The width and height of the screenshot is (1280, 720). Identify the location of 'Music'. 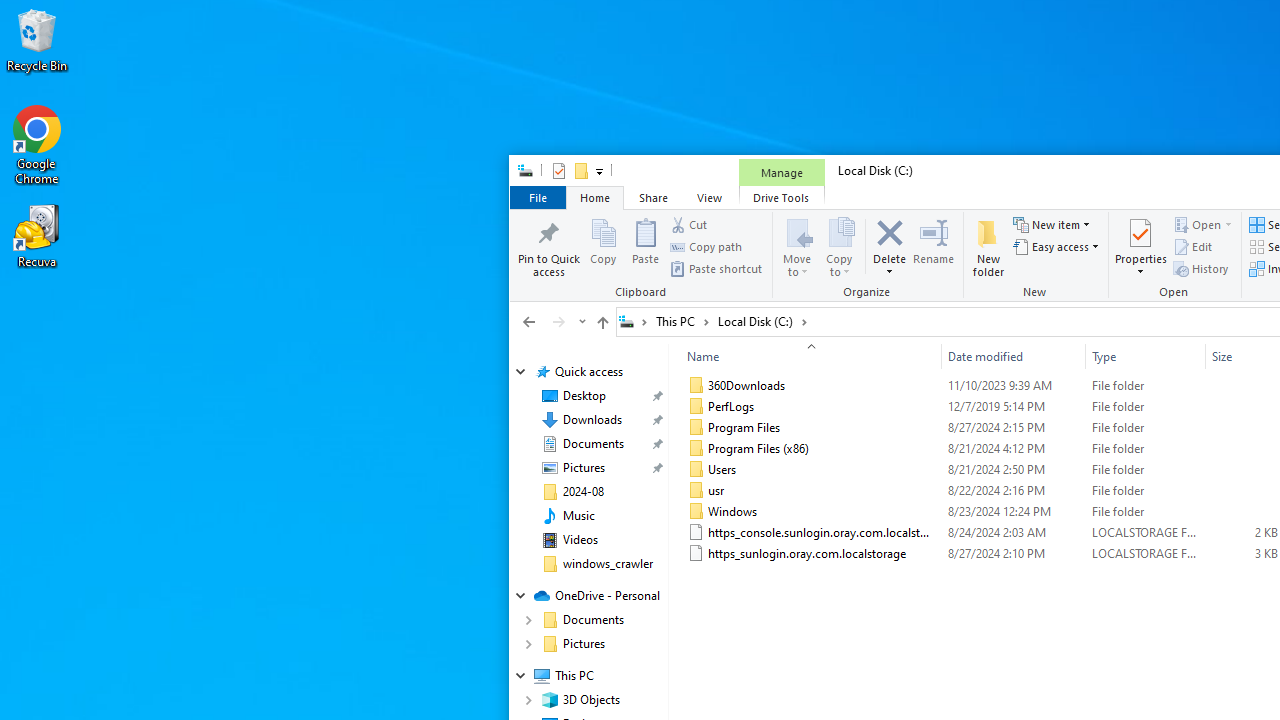
(577, 514).